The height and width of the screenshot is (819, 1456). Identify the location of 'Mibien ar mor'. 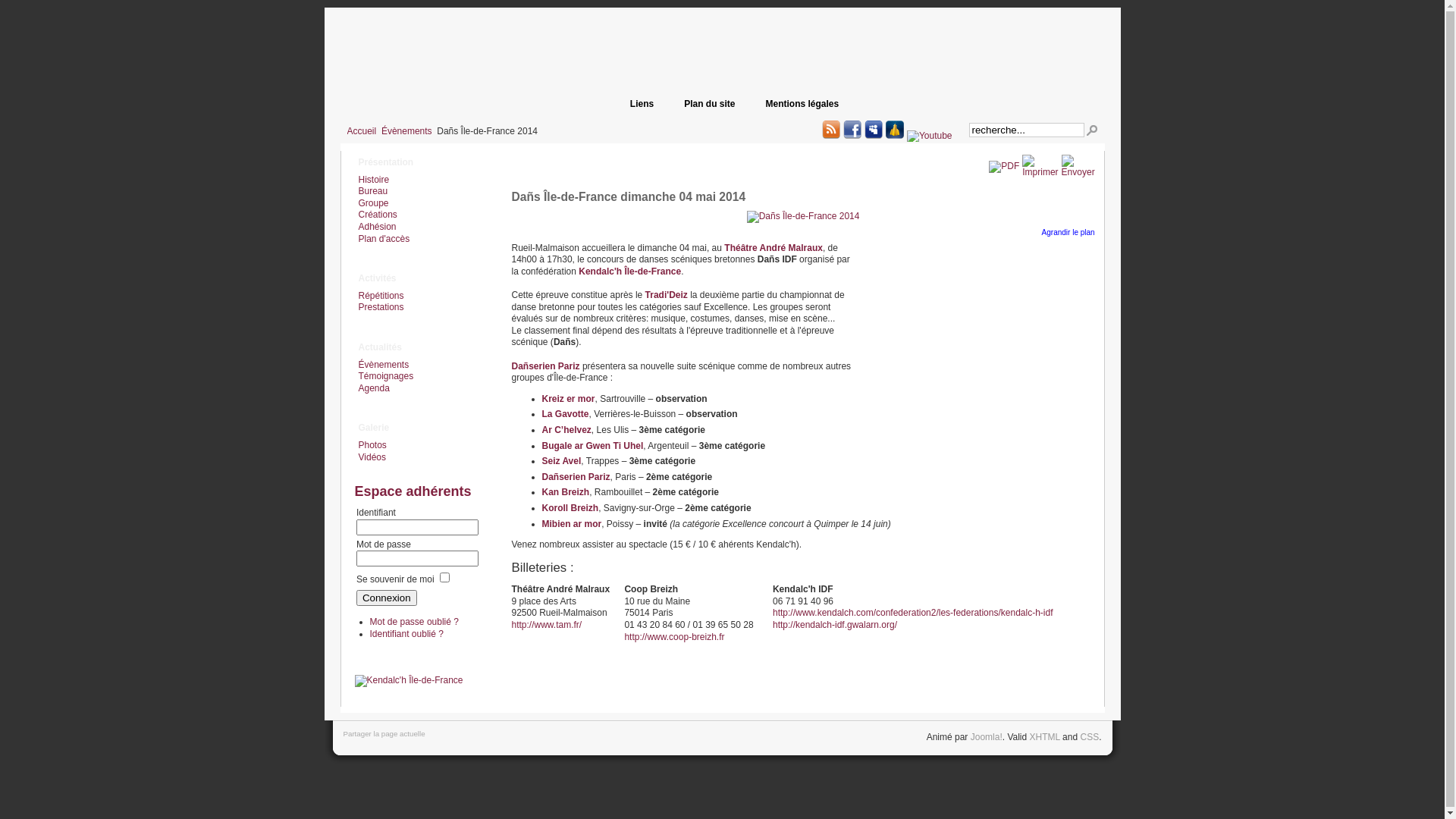
(570, 522).